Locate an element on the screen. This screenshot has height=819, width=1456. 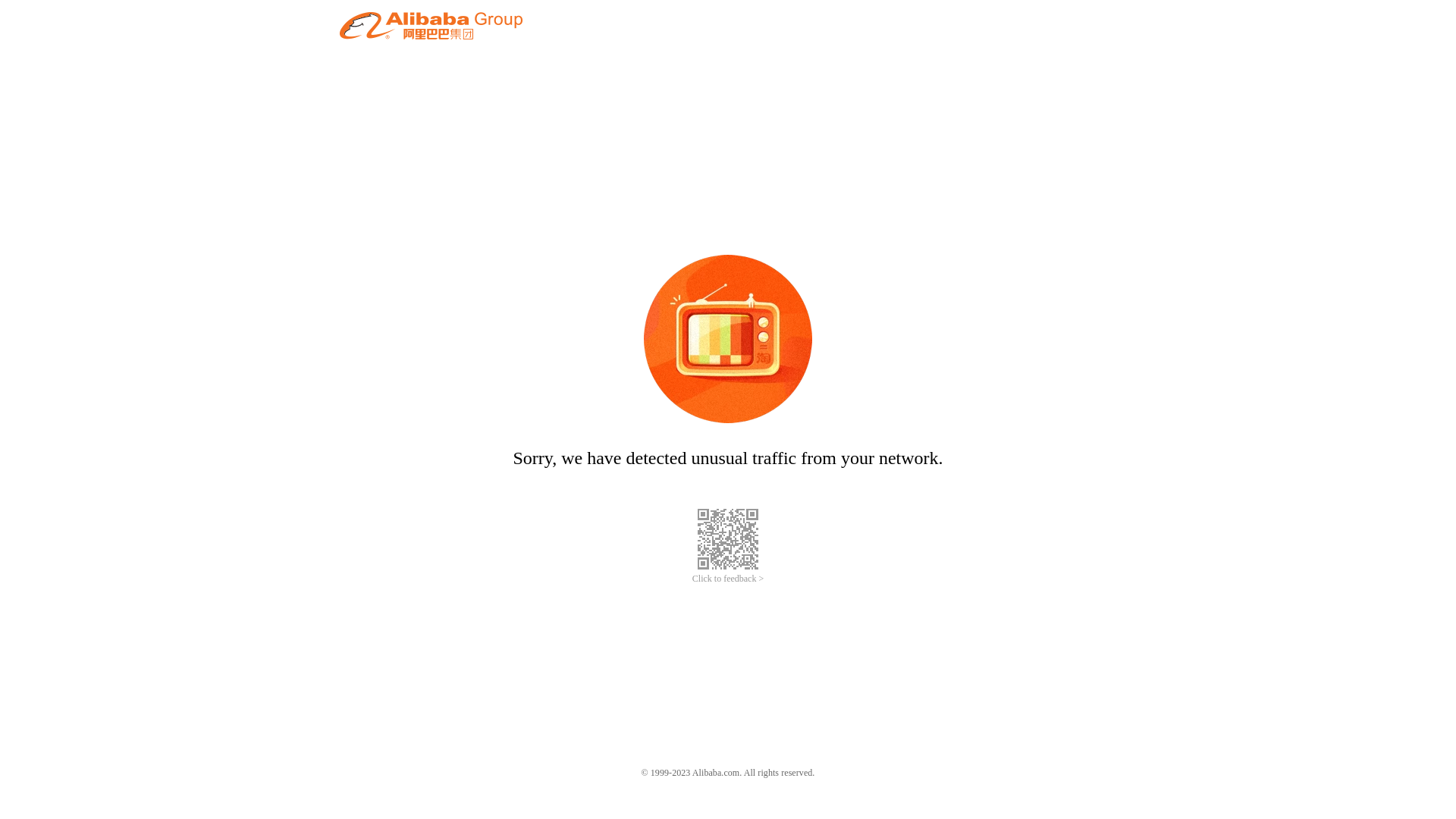
'Click to feedback >' is located at coordinates (728, 579).